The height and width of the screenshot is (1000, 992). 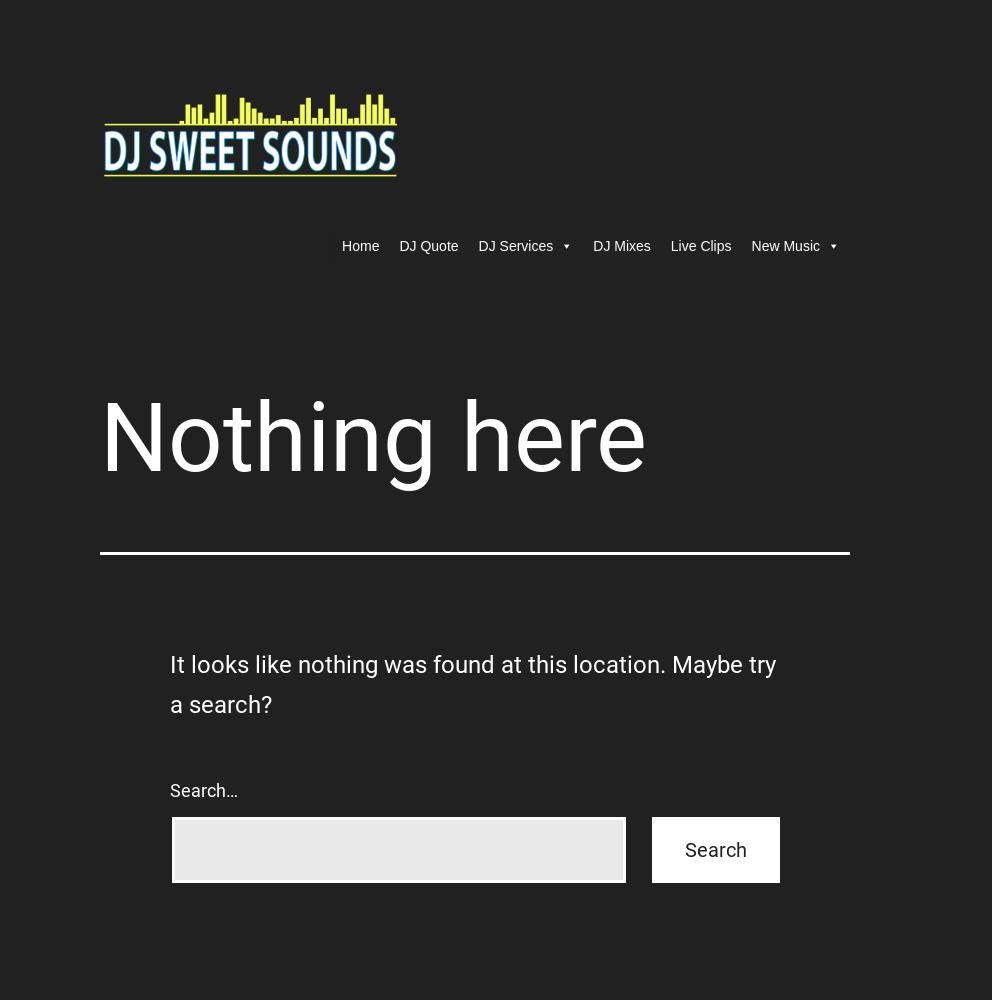 I want to click on 'Service Area', so click(x=515, y=327).